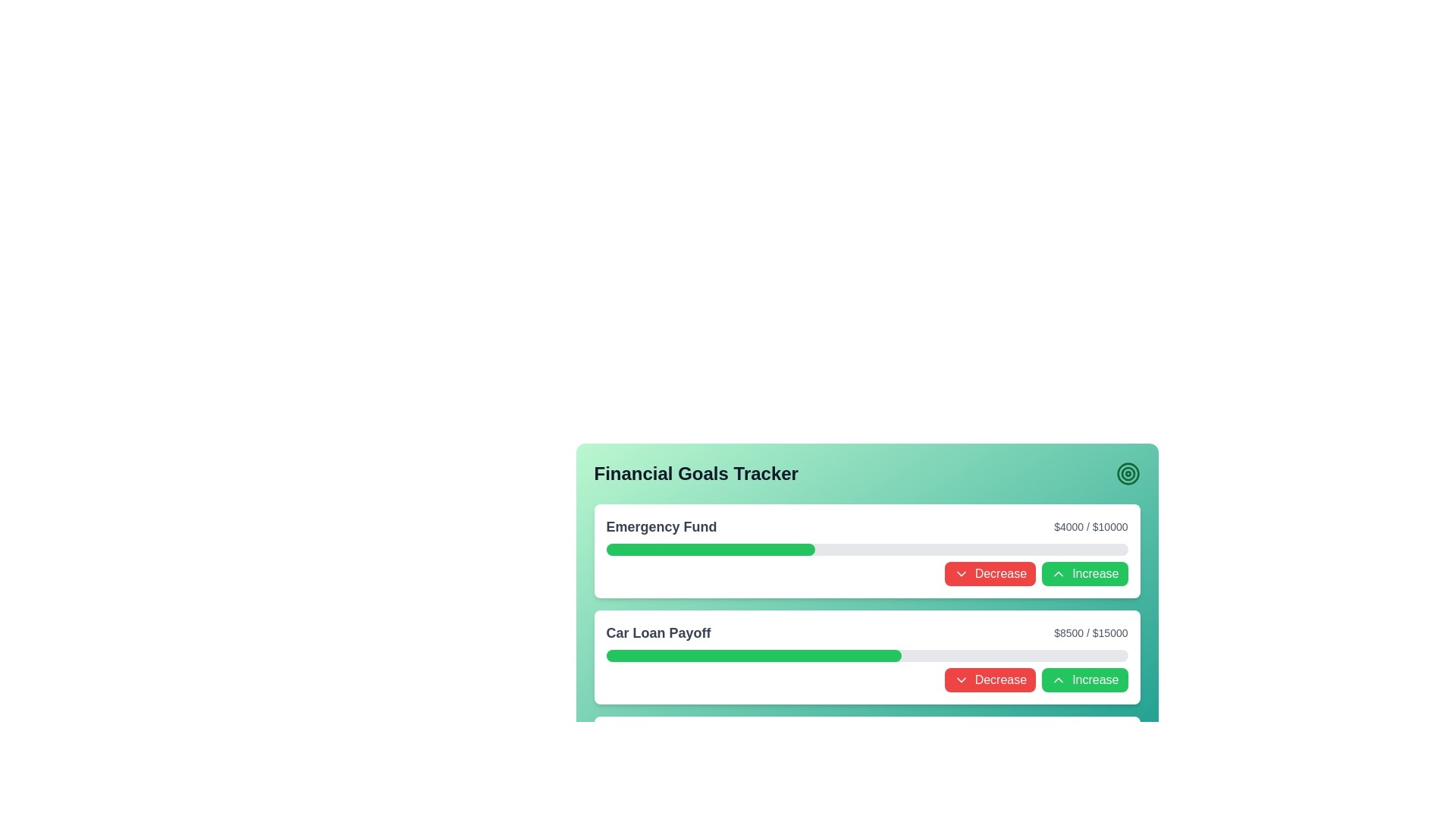 The height and width of the screenshot is (819, 1456). I want to click on the chevron icon located to the left of the 'Decrease' text in the Decrease button, so click(960, 573).